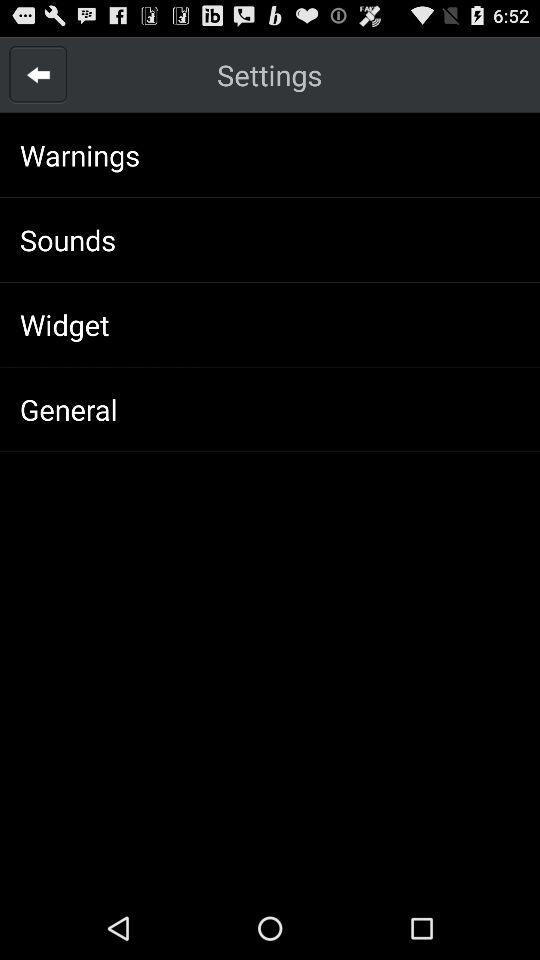 This screenshot has height=960, width=540. I want to click on general app, so click(67, 408).